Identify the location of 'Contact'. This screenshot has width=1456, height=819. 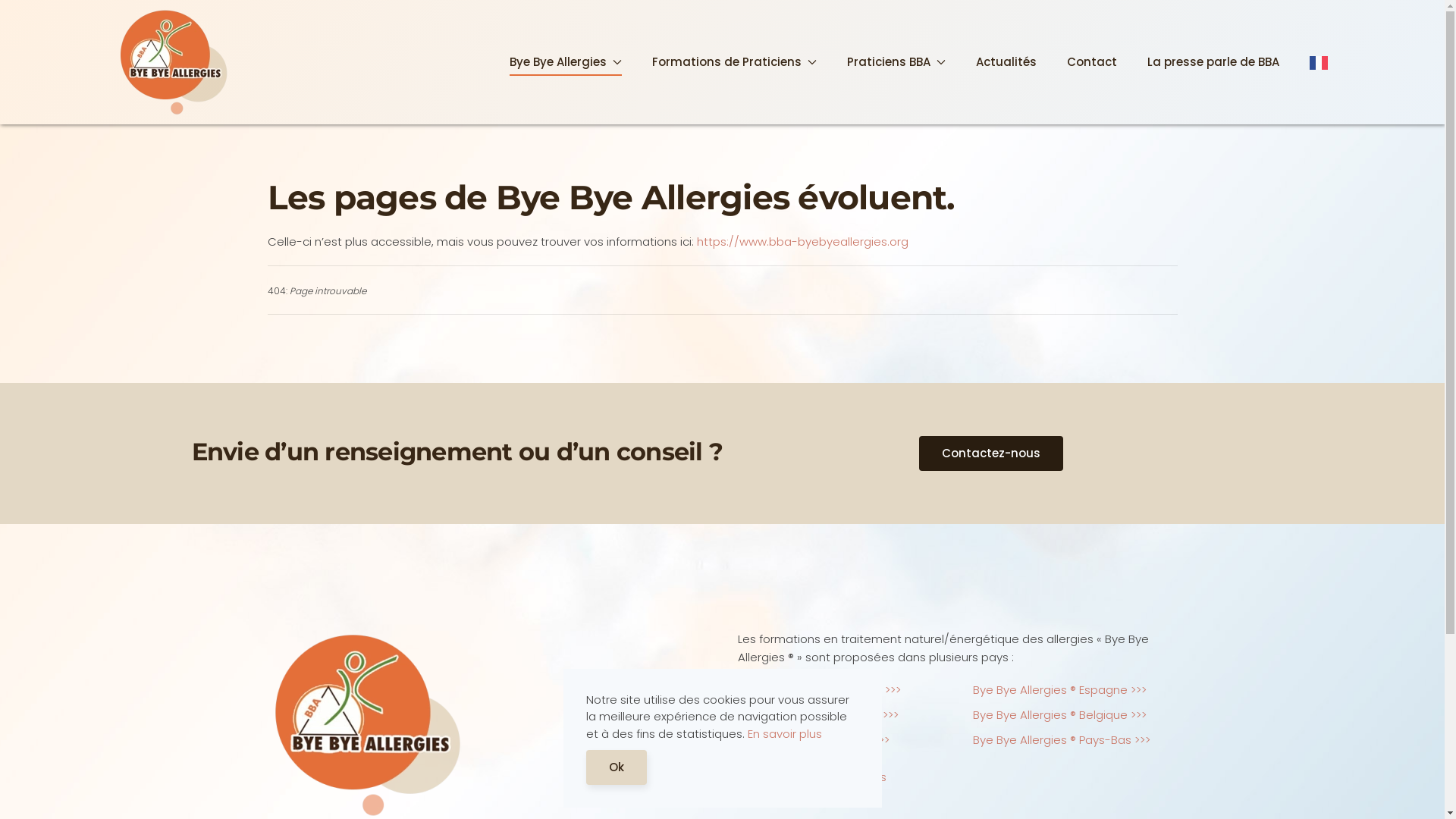
(1065, 61).